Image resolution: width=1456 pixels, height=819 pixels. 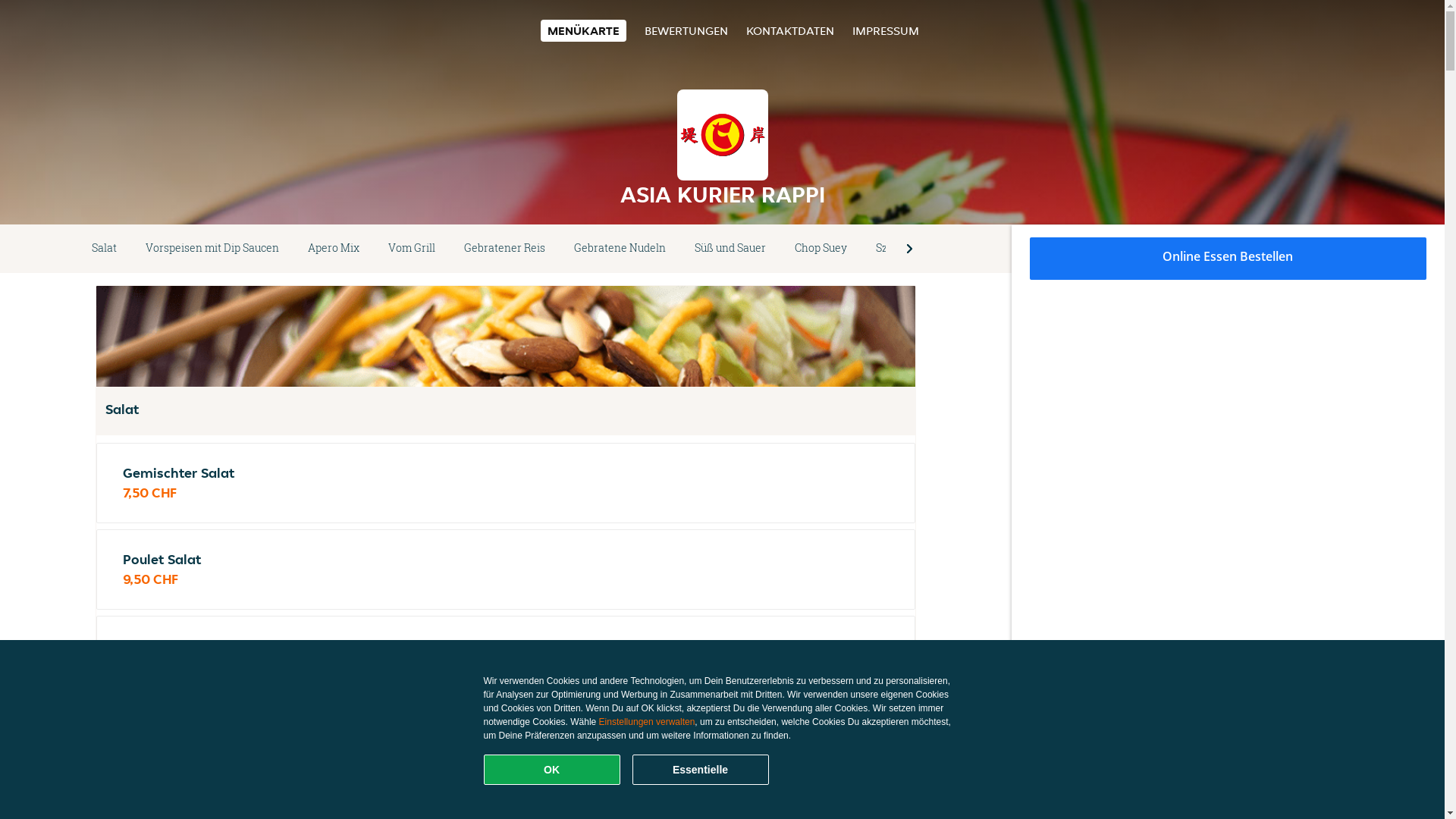 What do you see at coordinates (852, 30) in the screenshot?
I see `'IMPRESSUM'` at bounding box center [852, 30].